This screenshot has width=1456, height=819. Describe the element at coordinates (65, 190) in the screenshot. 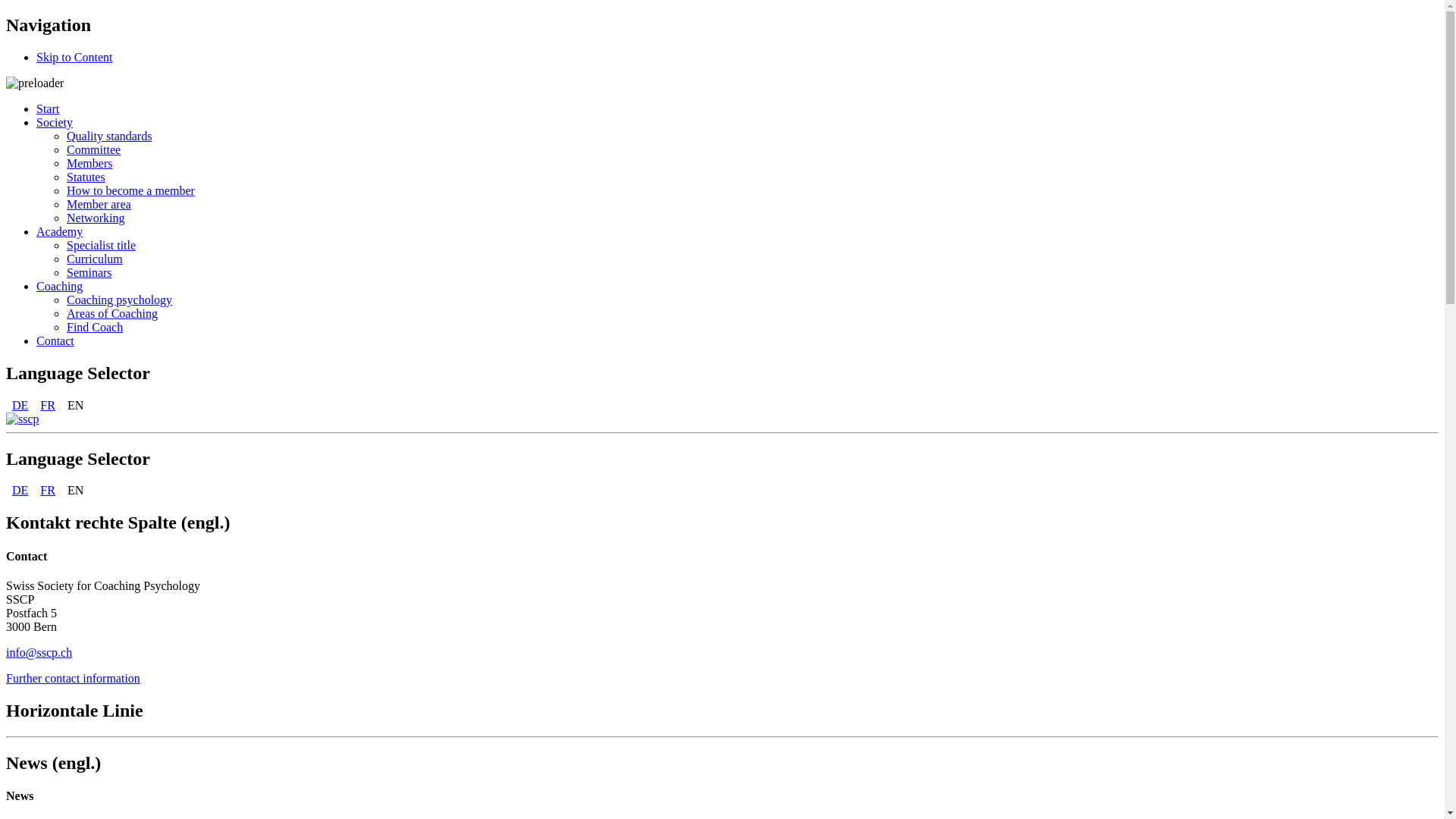

I see `'How to become a member'` at that location.